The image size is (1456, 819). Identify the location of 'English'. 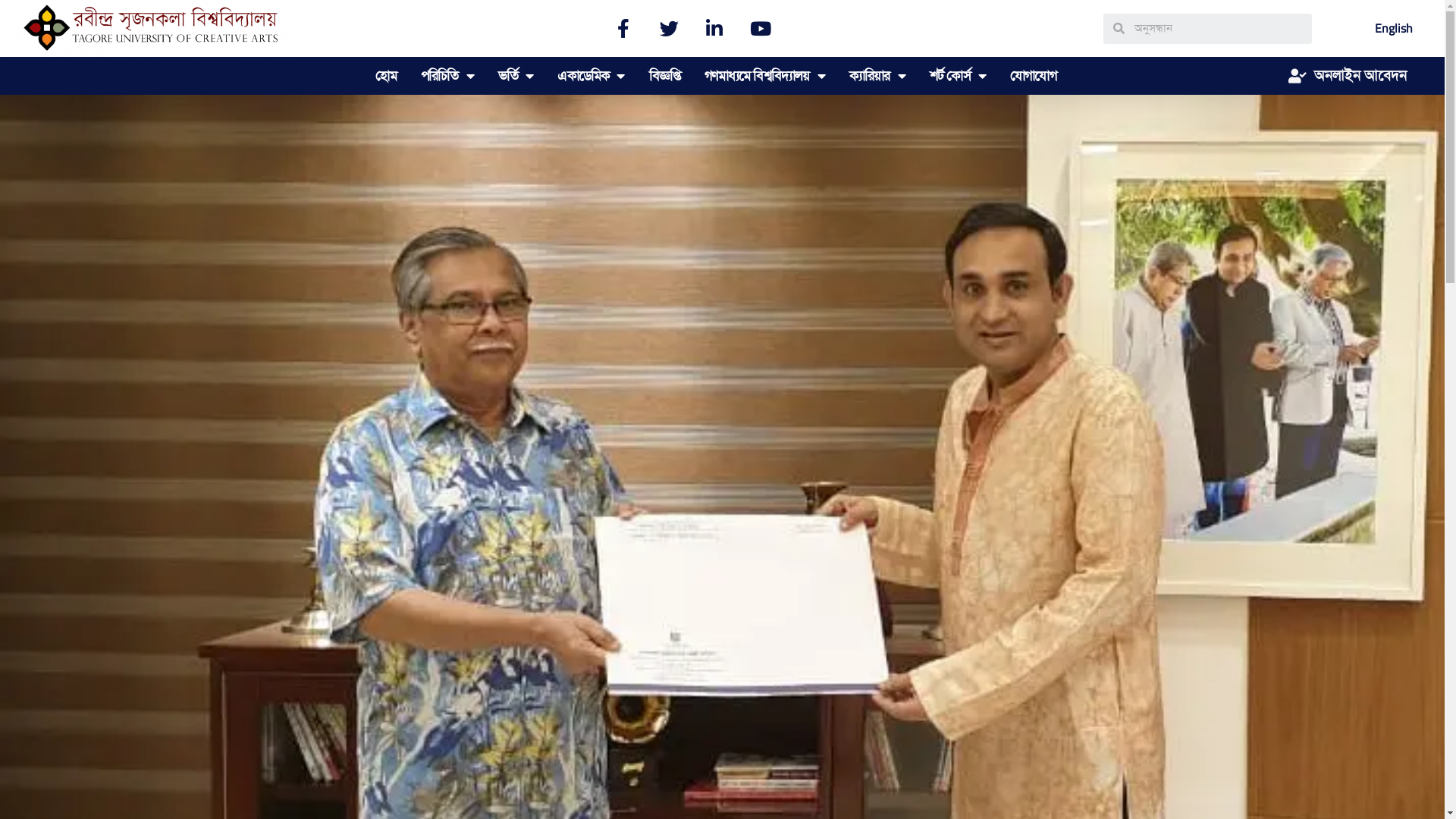
(1394, 29).